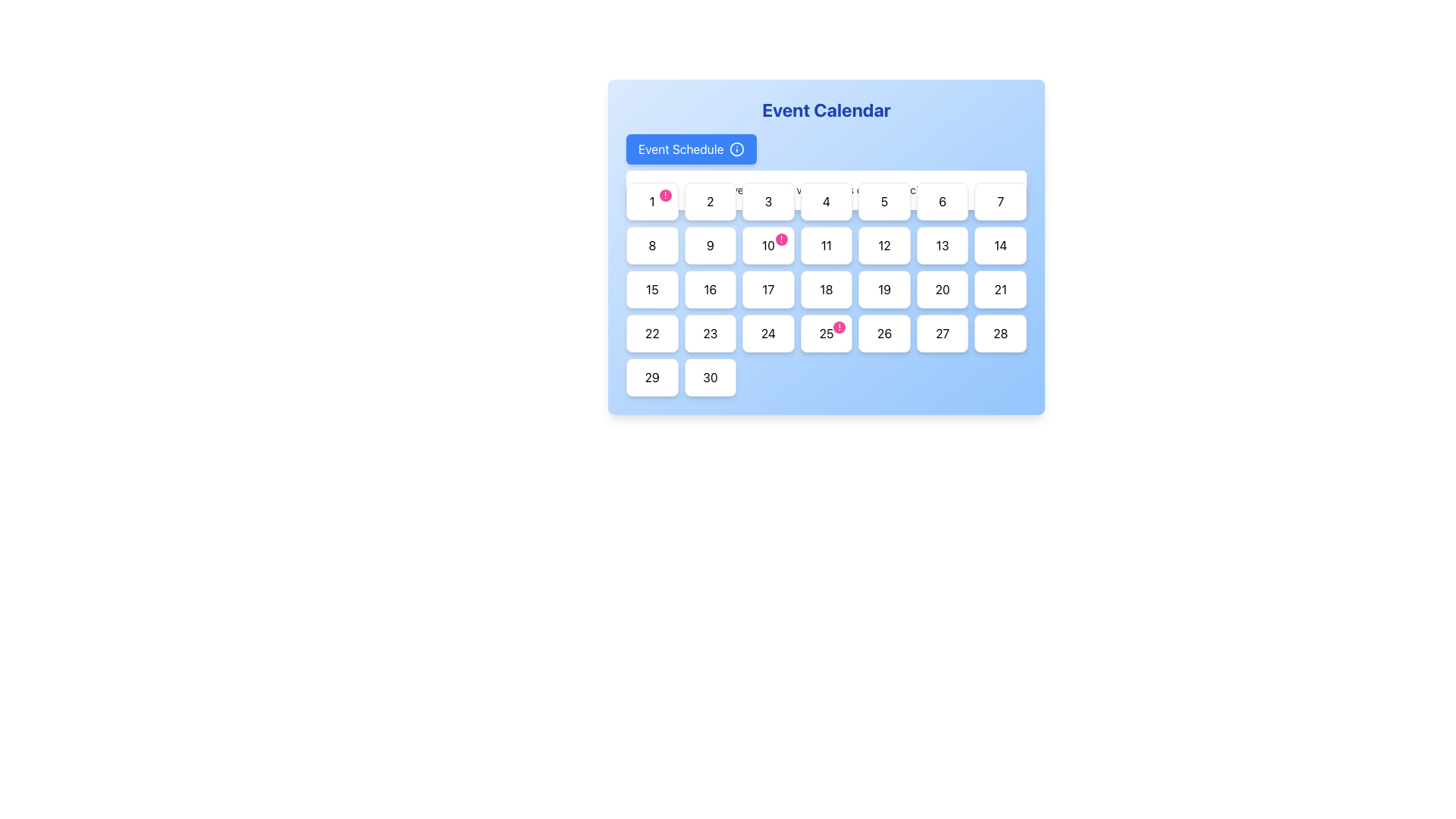  Describe the element at coordinates (942, 332) in the screenshot. I see `the calendar day cell element displaying the numeral '27', which is located in the bottom row and fifth column of the grid in the calendar structure` at that location.